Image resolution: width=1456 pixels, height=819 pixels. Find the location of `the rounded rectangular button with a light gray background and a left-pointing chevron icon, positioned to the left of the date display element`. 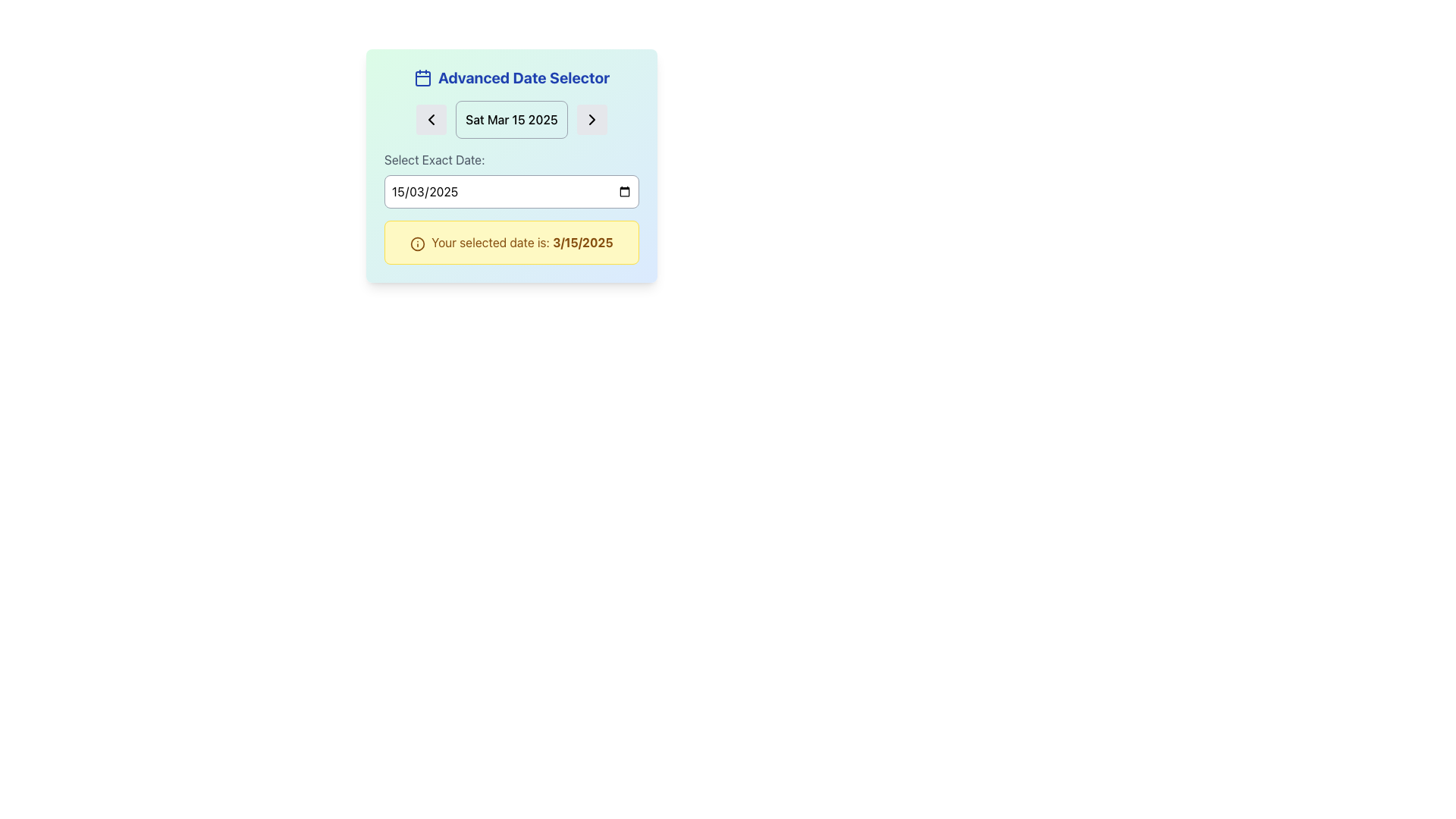

the rounded rectangular button with a light gray background and a left-pointing chevron icon, positioned to the left of the date display element is located at coordinates (431, 119).